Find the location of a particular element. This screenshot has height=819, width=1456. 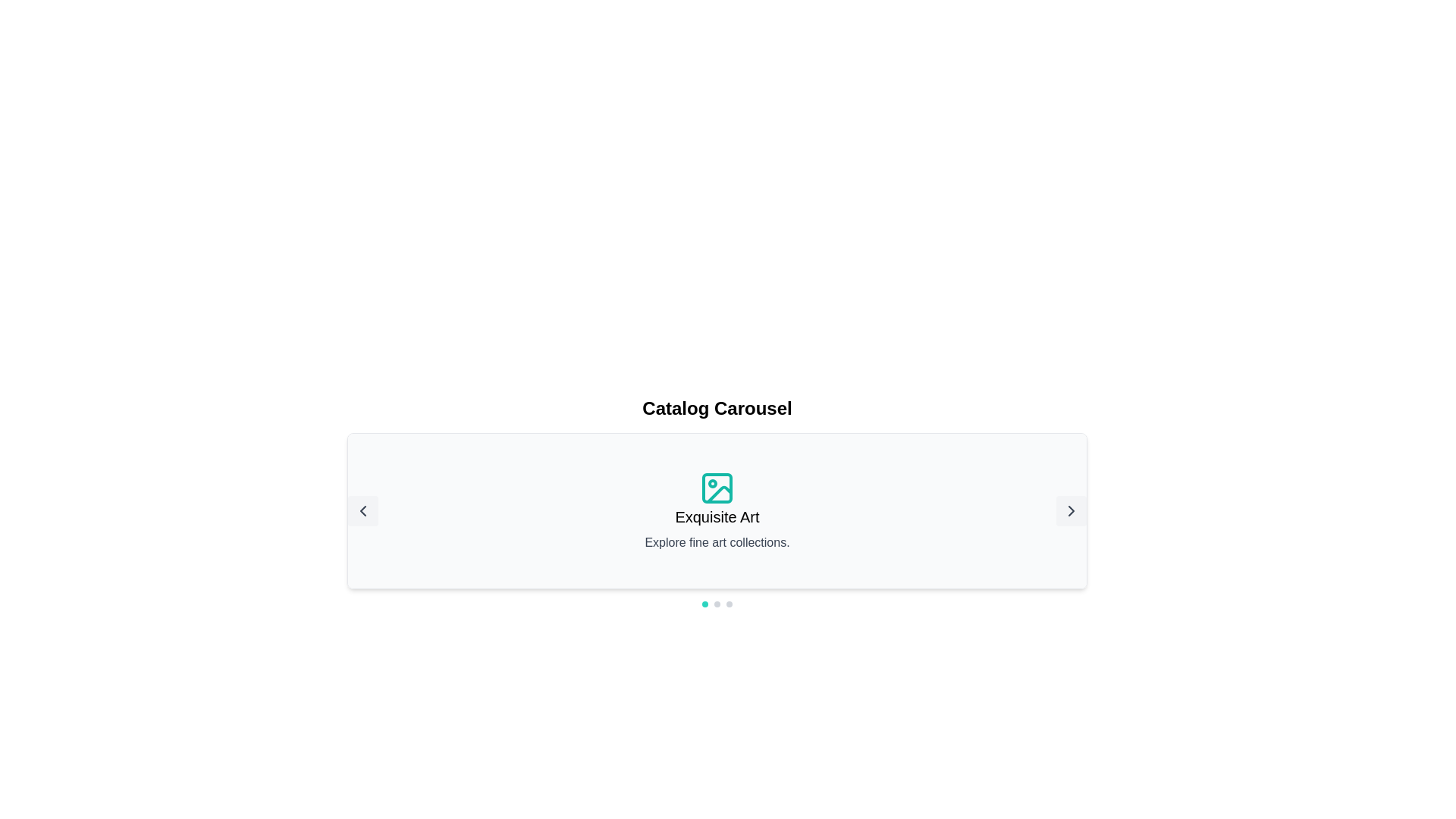

the left-pointing chevron icon inside the rounded square navigation button is located at coordinates (362, 511).